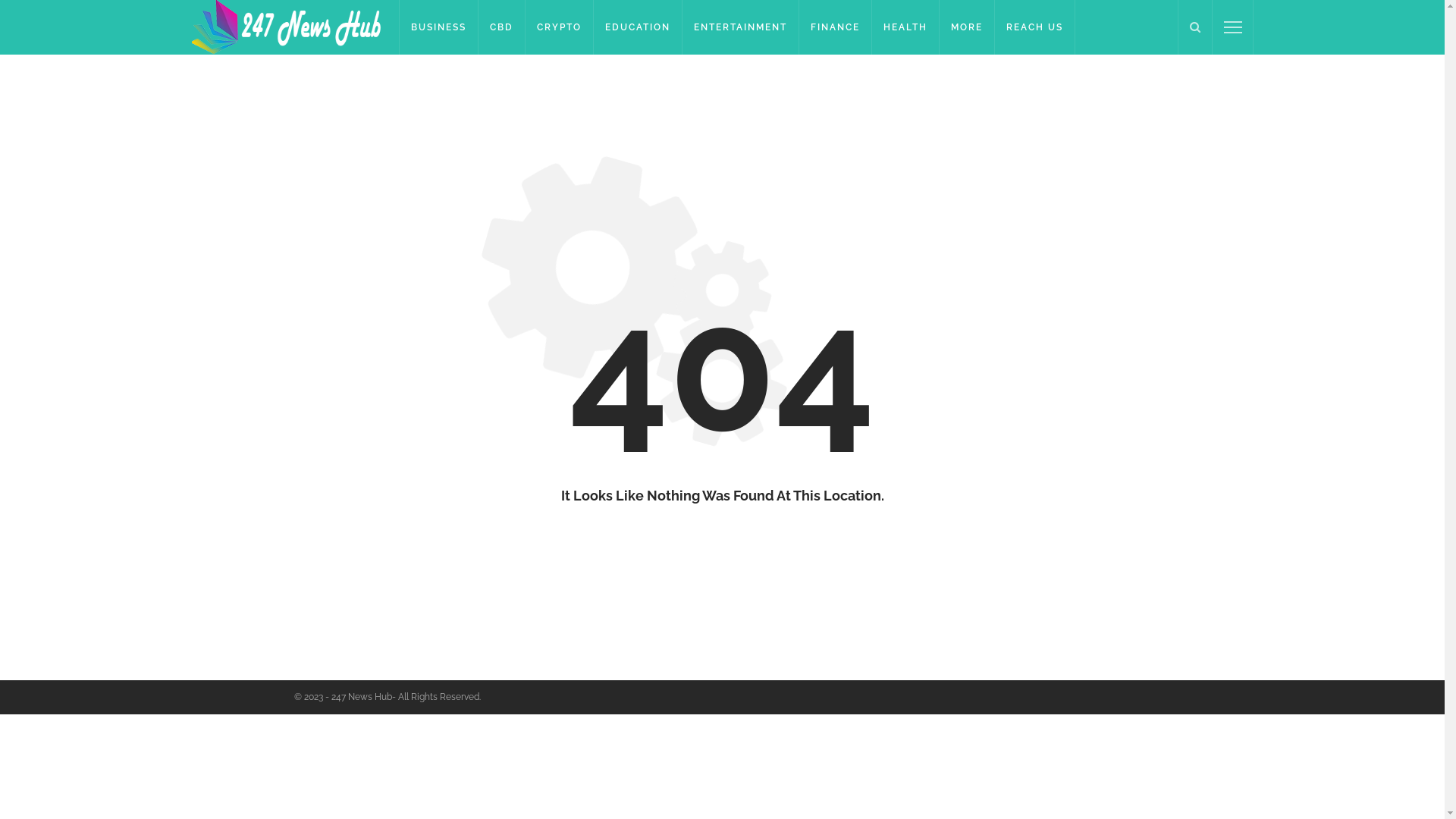  Describe the element at coordinates (966, 27) in the screenshot. I see `'MORE'` at that location.